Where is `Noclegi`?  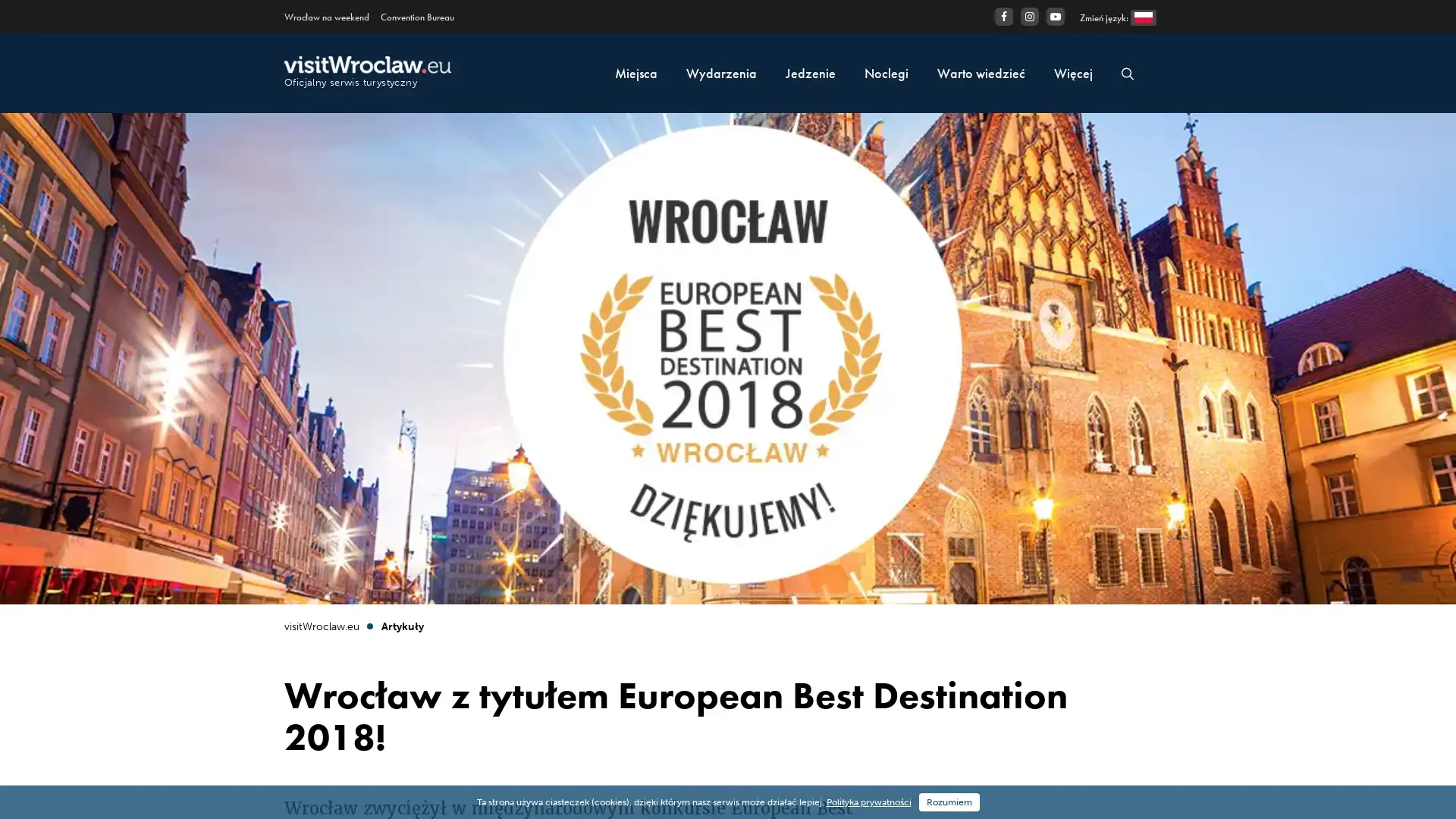 Noclegi is located at coordinates (886, 73).